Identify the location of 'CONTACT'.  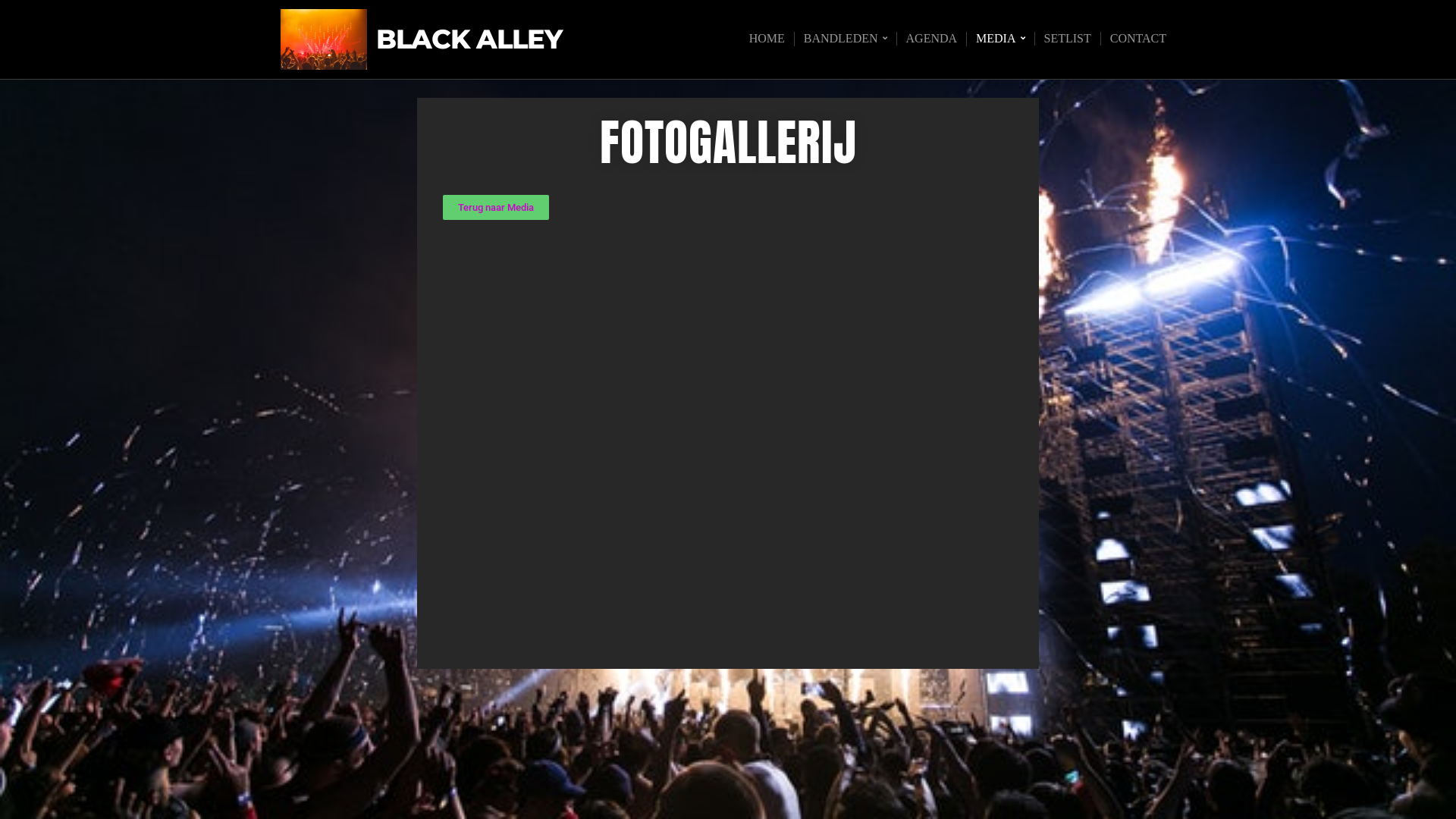
(1100, 37).